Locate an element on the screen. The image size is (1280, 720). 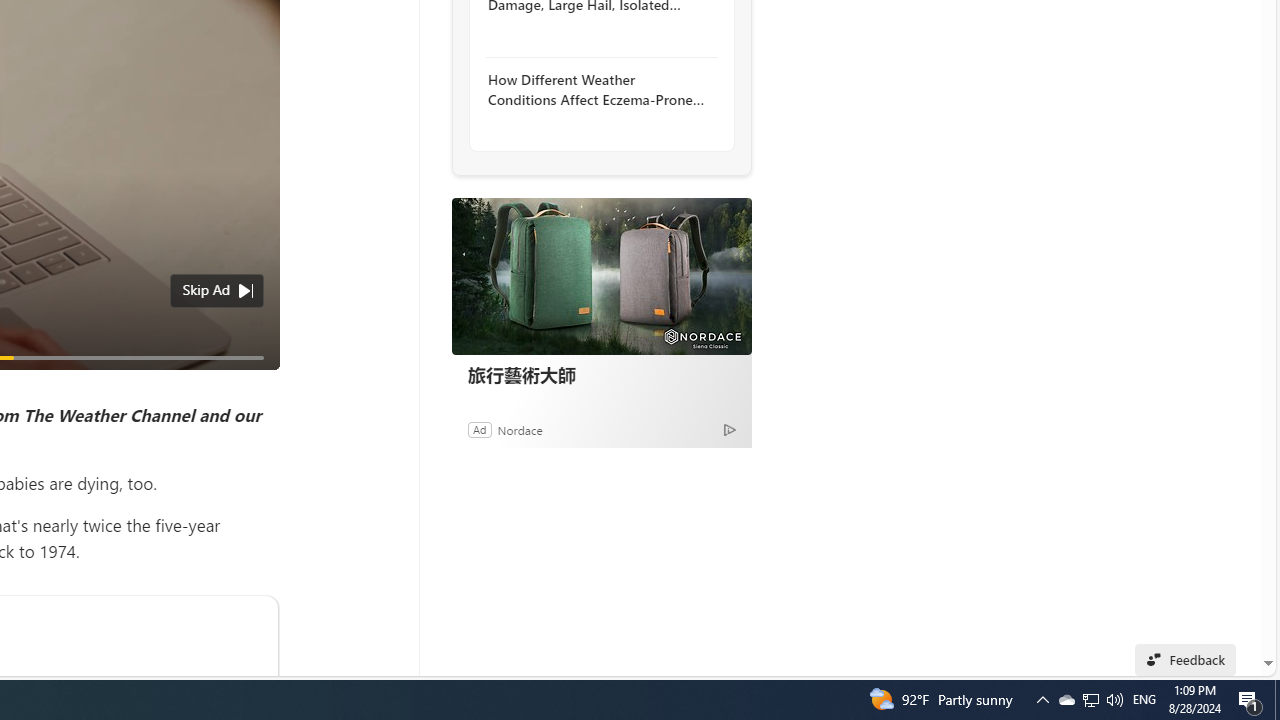
'Nordace' is located at coordinates (519, 428).